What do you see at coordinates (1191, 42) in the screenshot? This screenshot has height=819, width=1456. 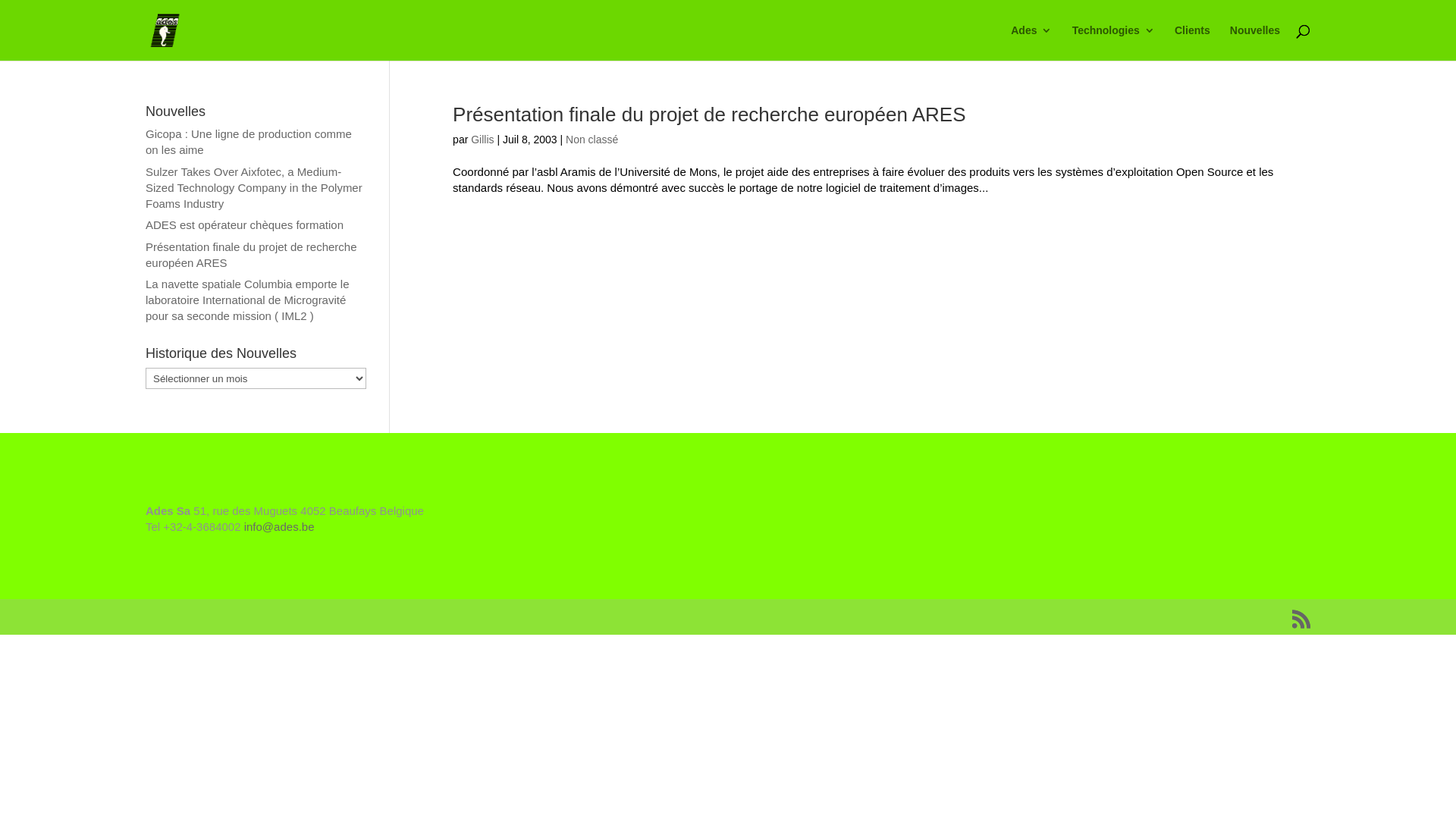 I see `'Clients'` at bounding box center [1191, 42].